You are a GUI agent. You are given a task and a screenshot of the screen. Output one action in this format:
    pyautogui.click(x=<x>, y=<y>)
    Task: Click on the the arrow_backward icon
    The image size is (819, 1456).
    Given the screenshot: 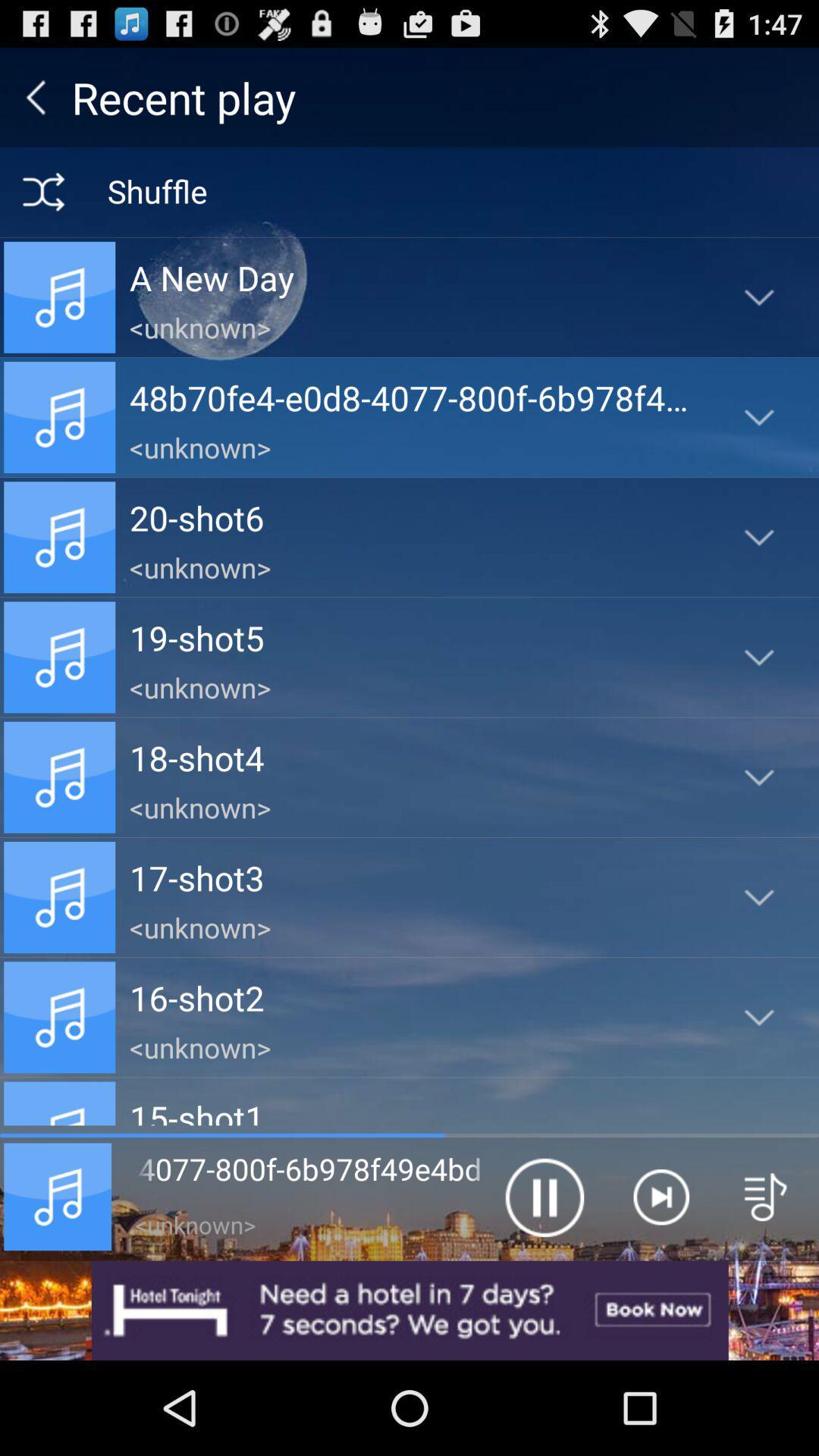 What is the action you would take?
    pyautogui.click(x=35, y=103)
    